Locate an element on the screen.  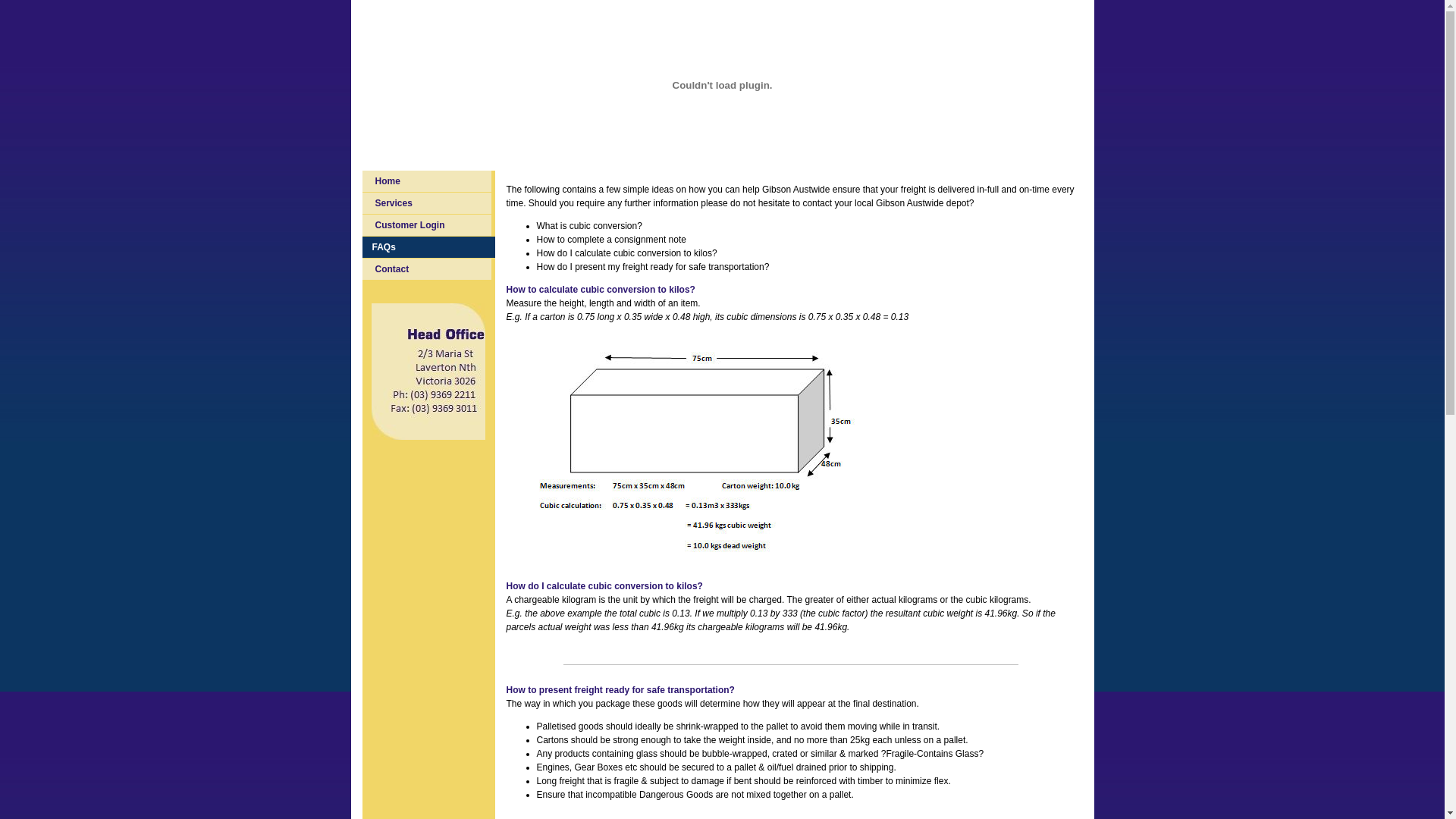
'Customer Login' is located at coordinates (362, 225).